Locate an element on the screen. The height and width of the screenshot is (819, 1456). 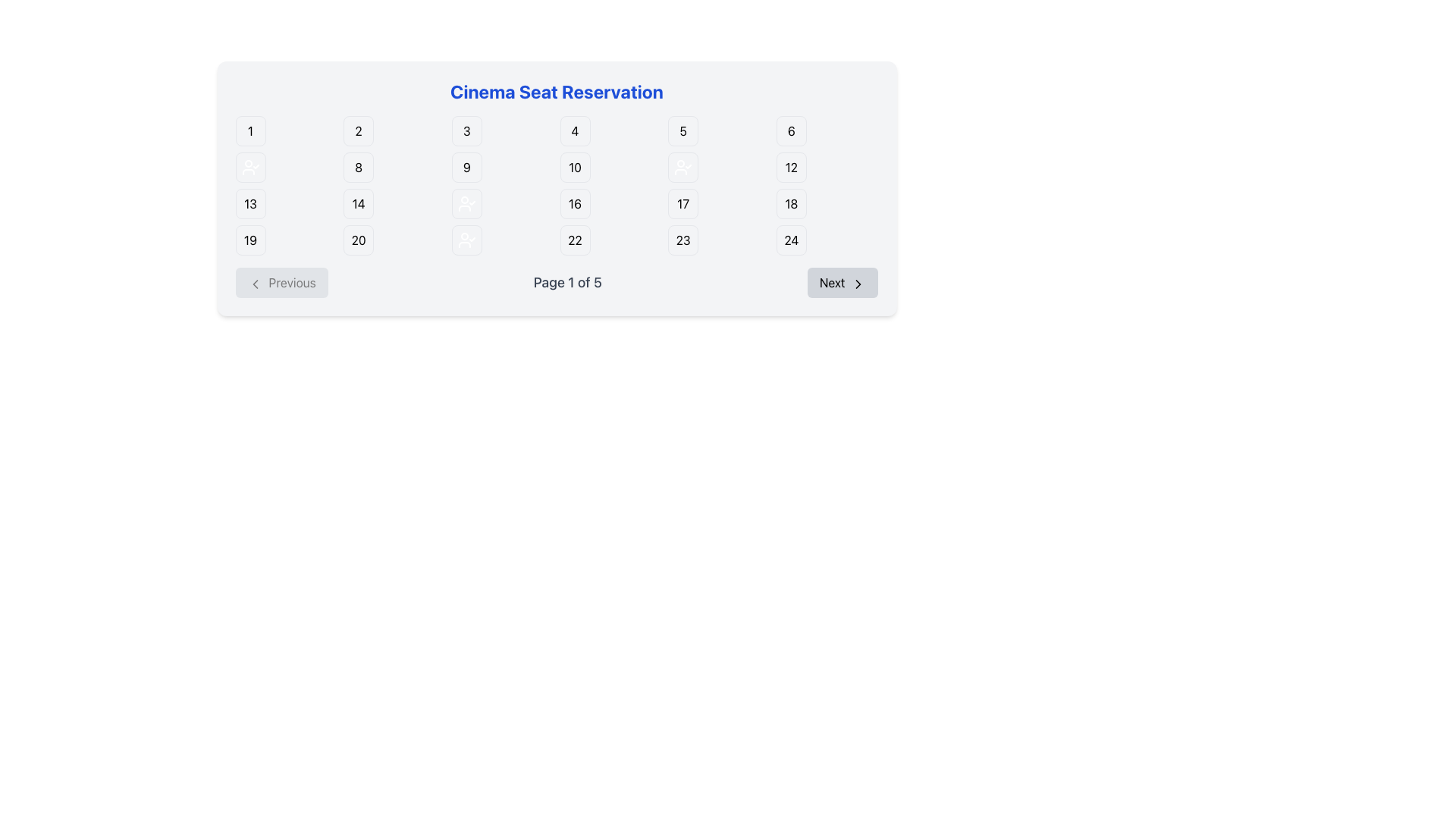
the navigation icon within the 'Next' button located at the bottom-right corner of the interface is located at coordinates (858, 284).